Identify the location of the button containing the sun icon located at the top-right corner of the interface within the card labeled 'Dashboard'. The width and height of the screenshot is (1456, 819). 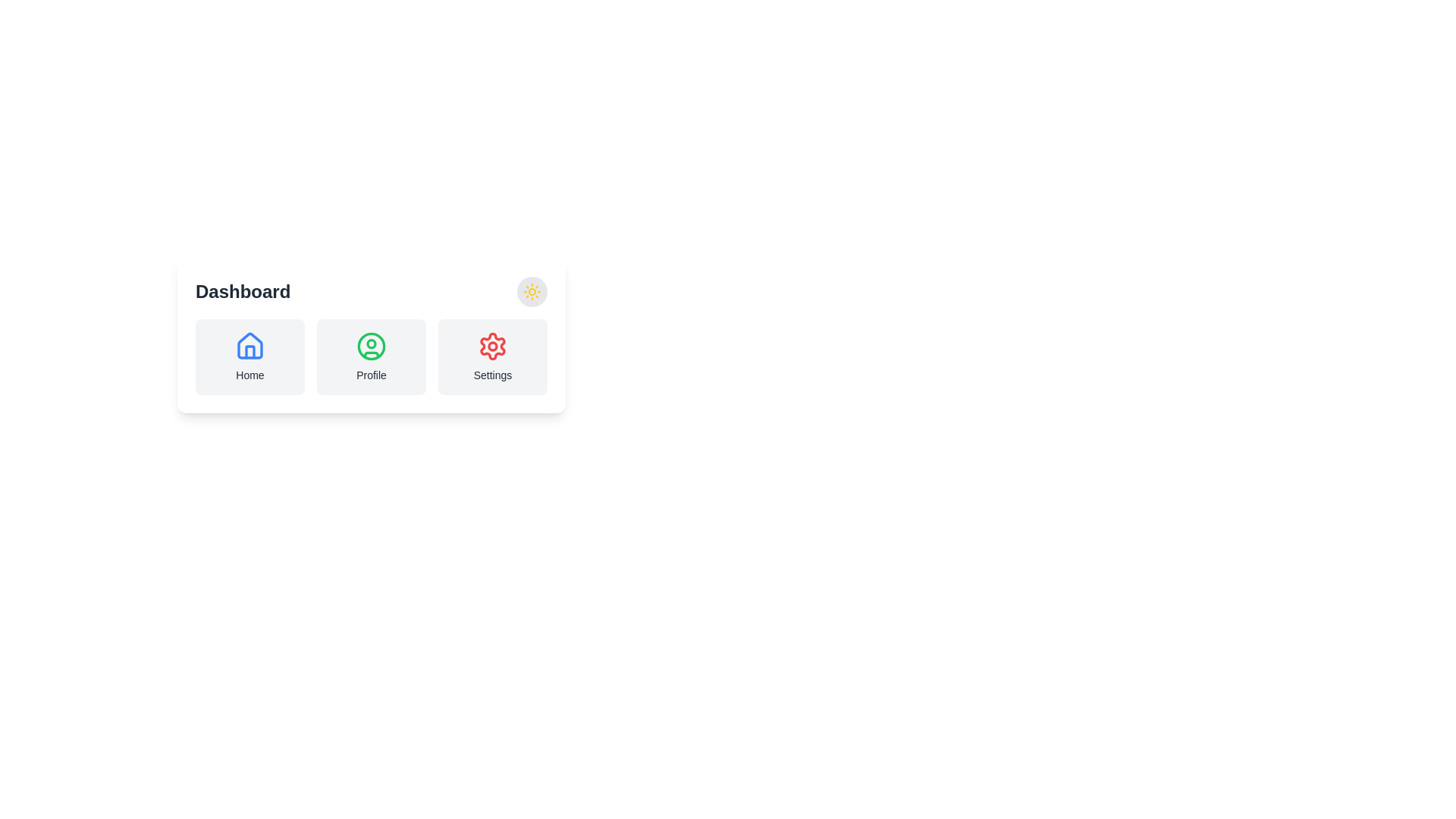
(532, 292).